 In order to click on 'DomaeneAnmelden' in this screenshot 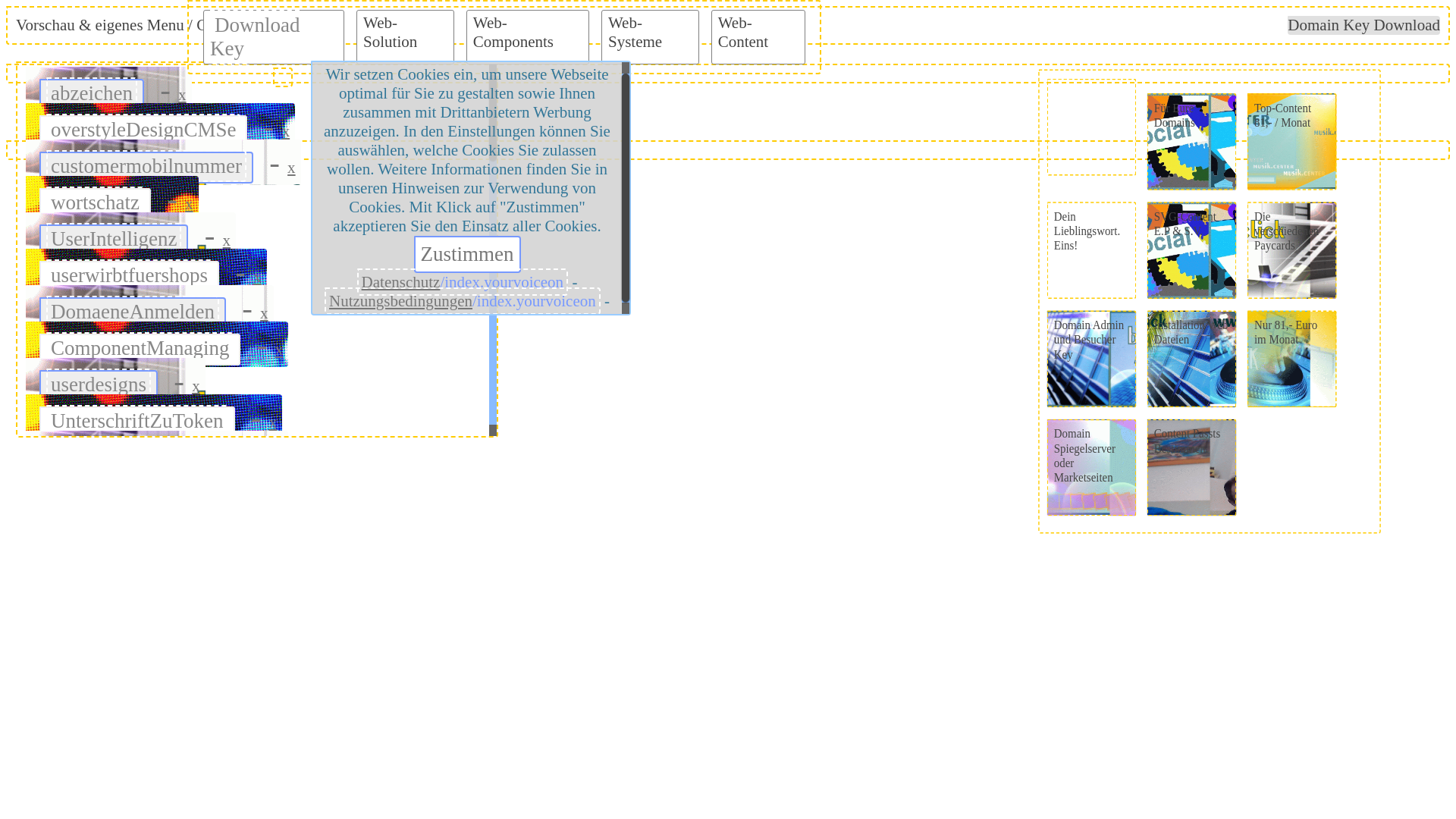, I will do `click(132, 311)`.